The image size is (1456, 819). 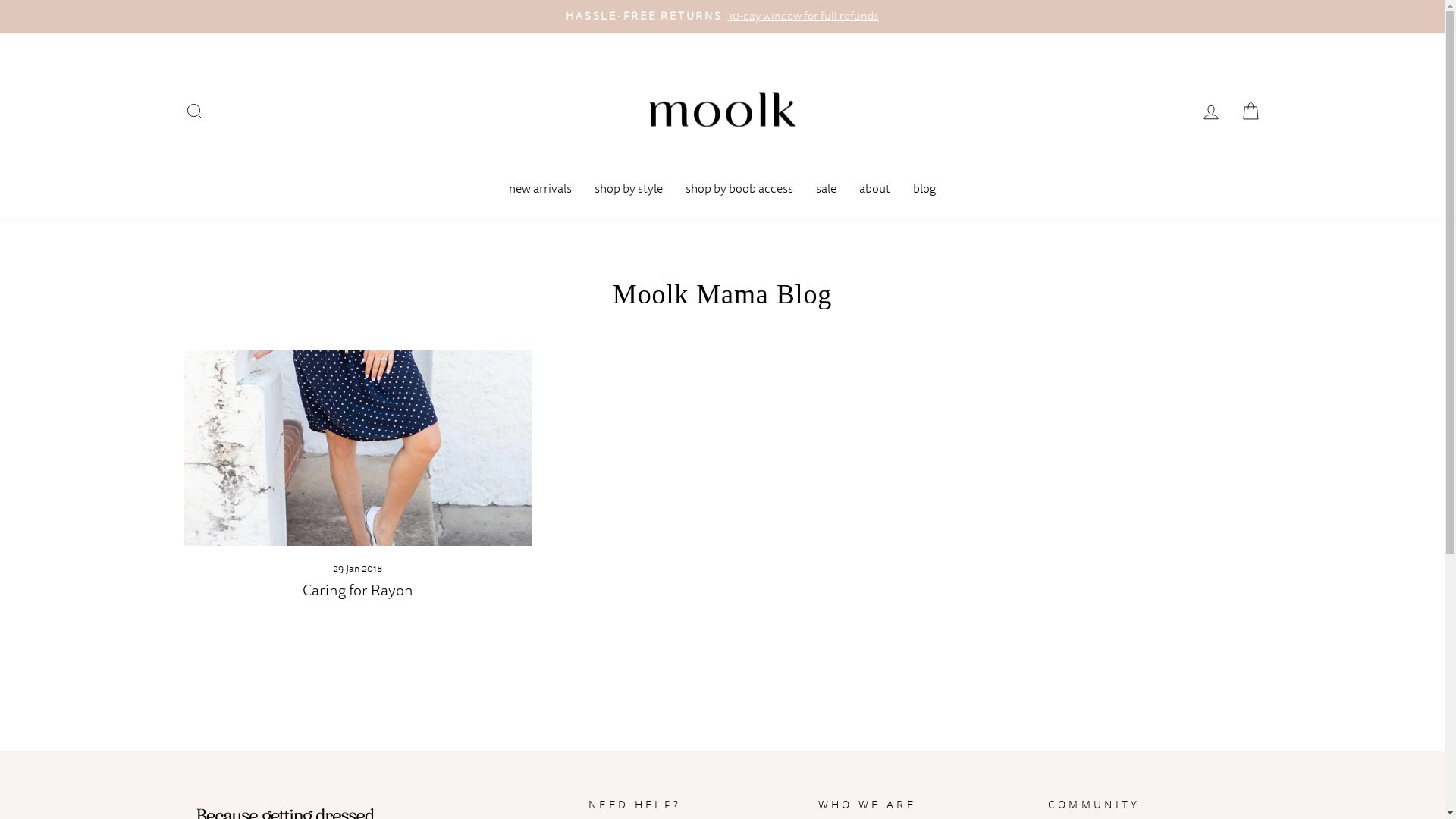 I want to click on 'about', so click(x=874, y=189).